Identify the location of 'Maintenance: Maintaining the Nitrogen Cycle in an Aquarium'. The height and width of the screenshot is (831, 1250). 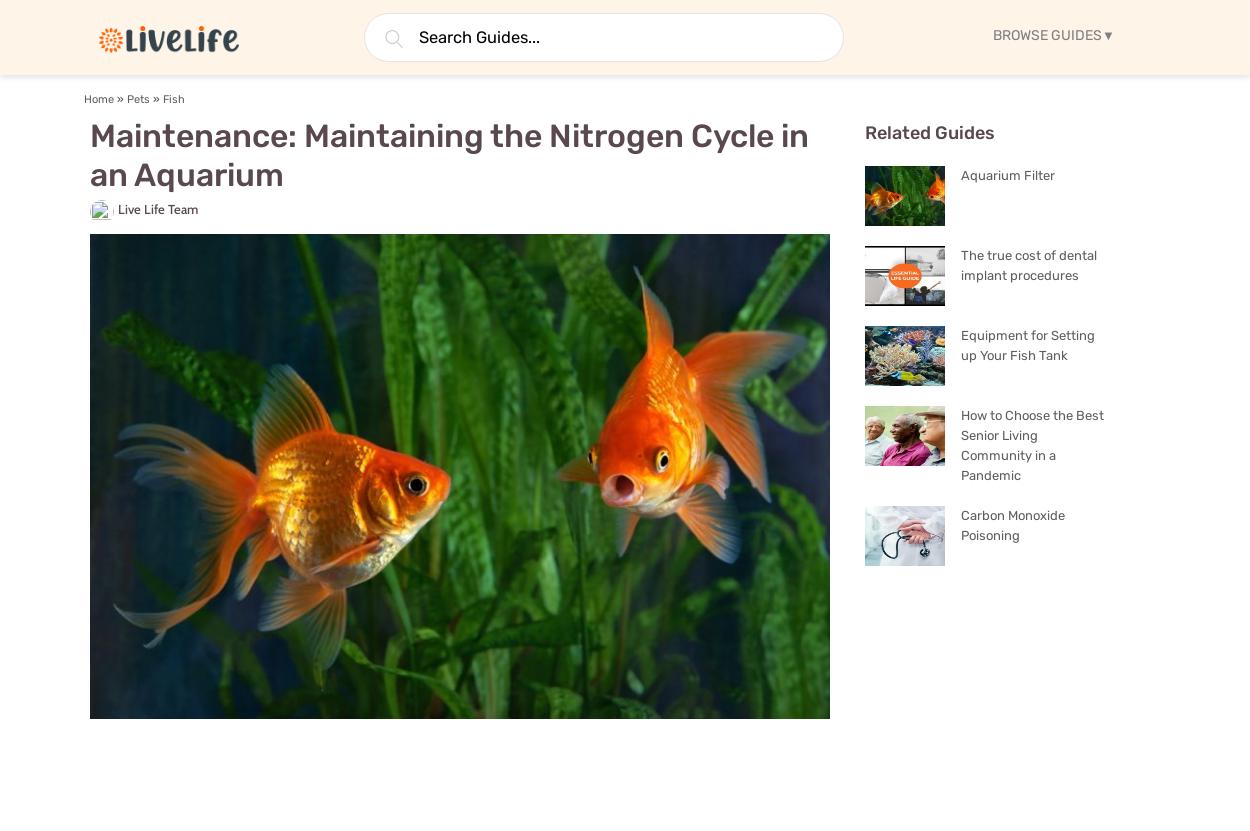
(448, 153).